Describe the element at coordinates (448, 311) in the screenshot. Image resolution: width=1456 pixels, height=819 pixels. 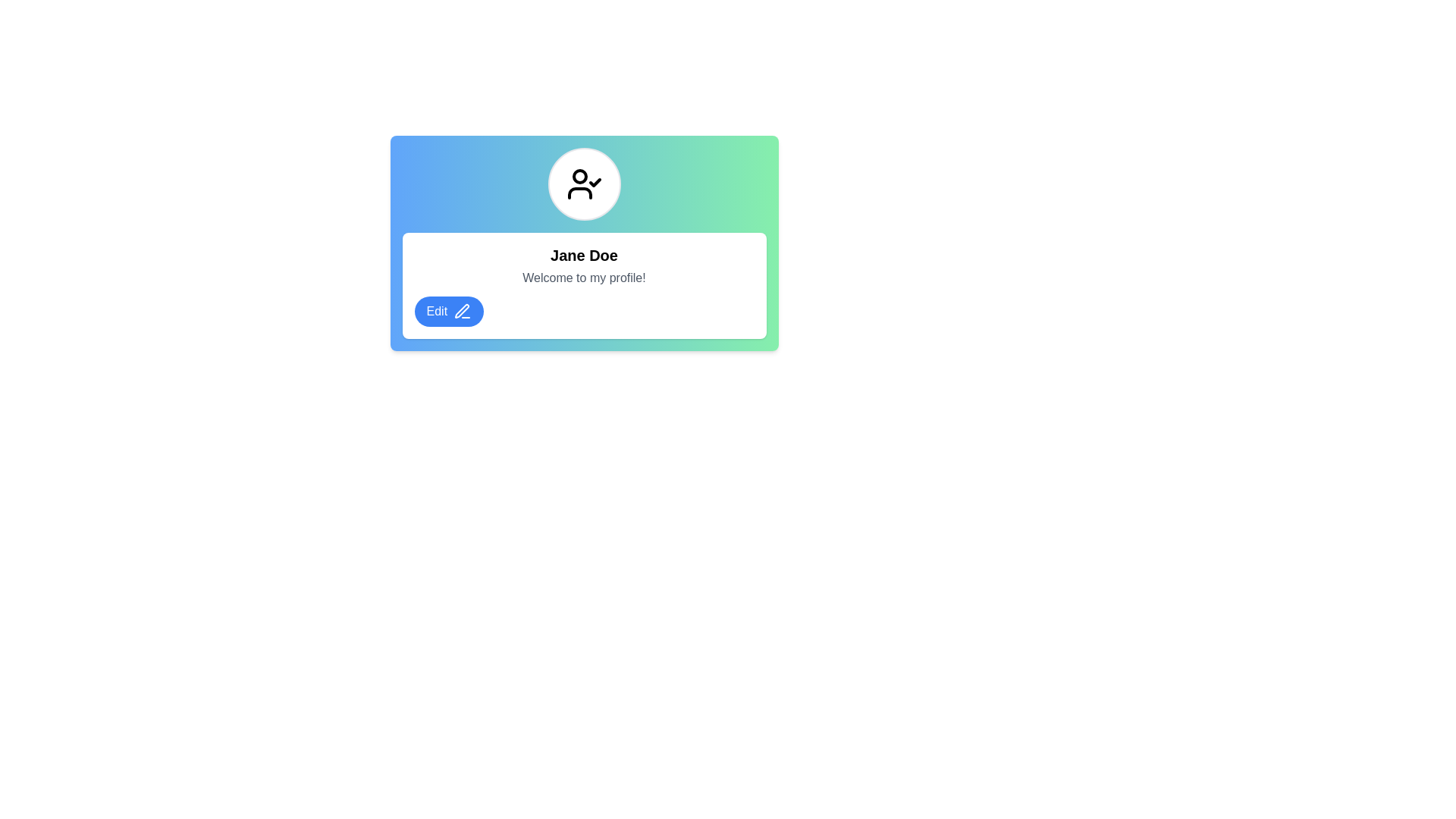
I see `the edit button located at the bottom left of the card component` at that location.